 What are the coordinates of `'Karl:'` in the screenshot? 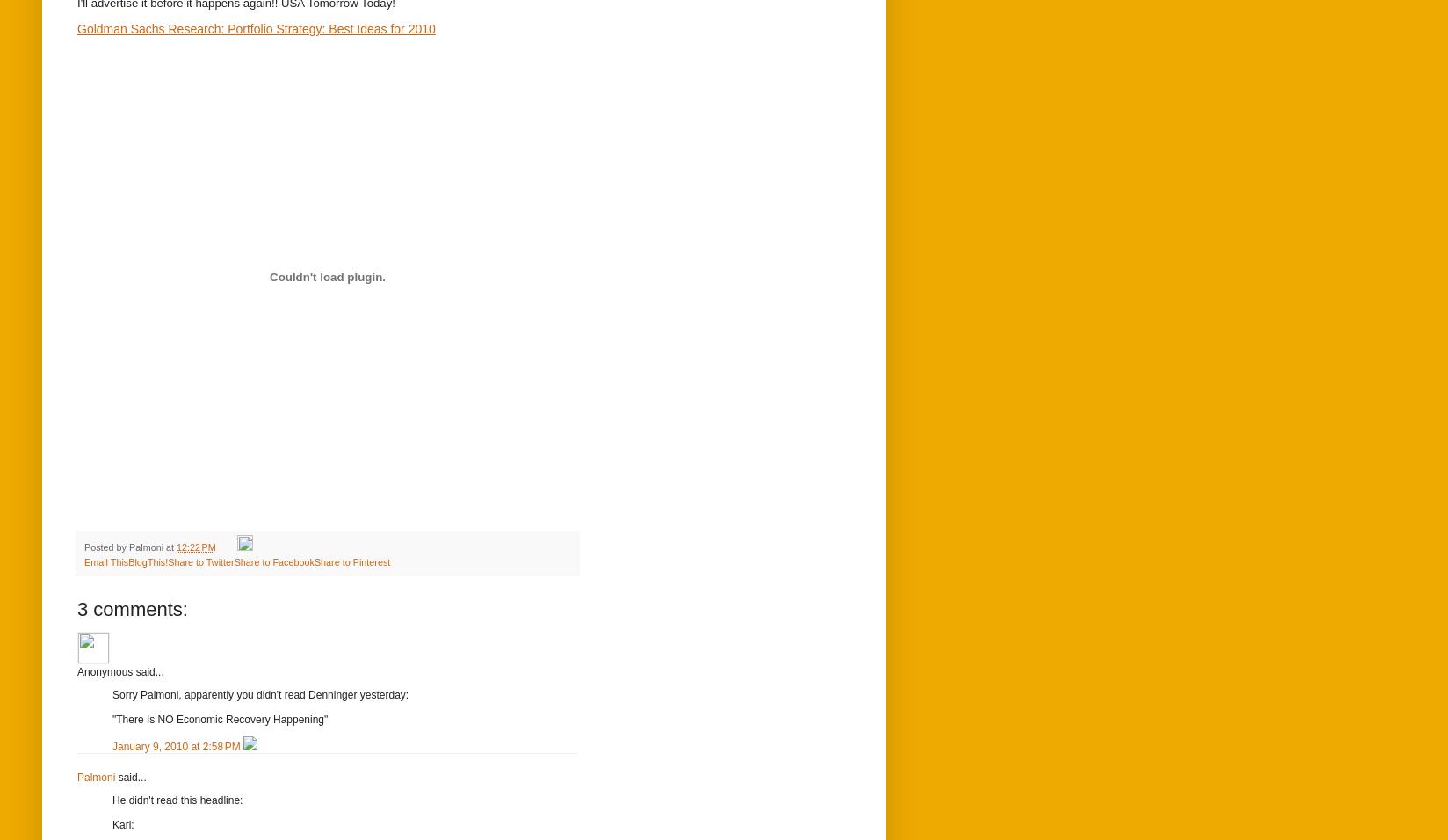 It's located at (123, 824).